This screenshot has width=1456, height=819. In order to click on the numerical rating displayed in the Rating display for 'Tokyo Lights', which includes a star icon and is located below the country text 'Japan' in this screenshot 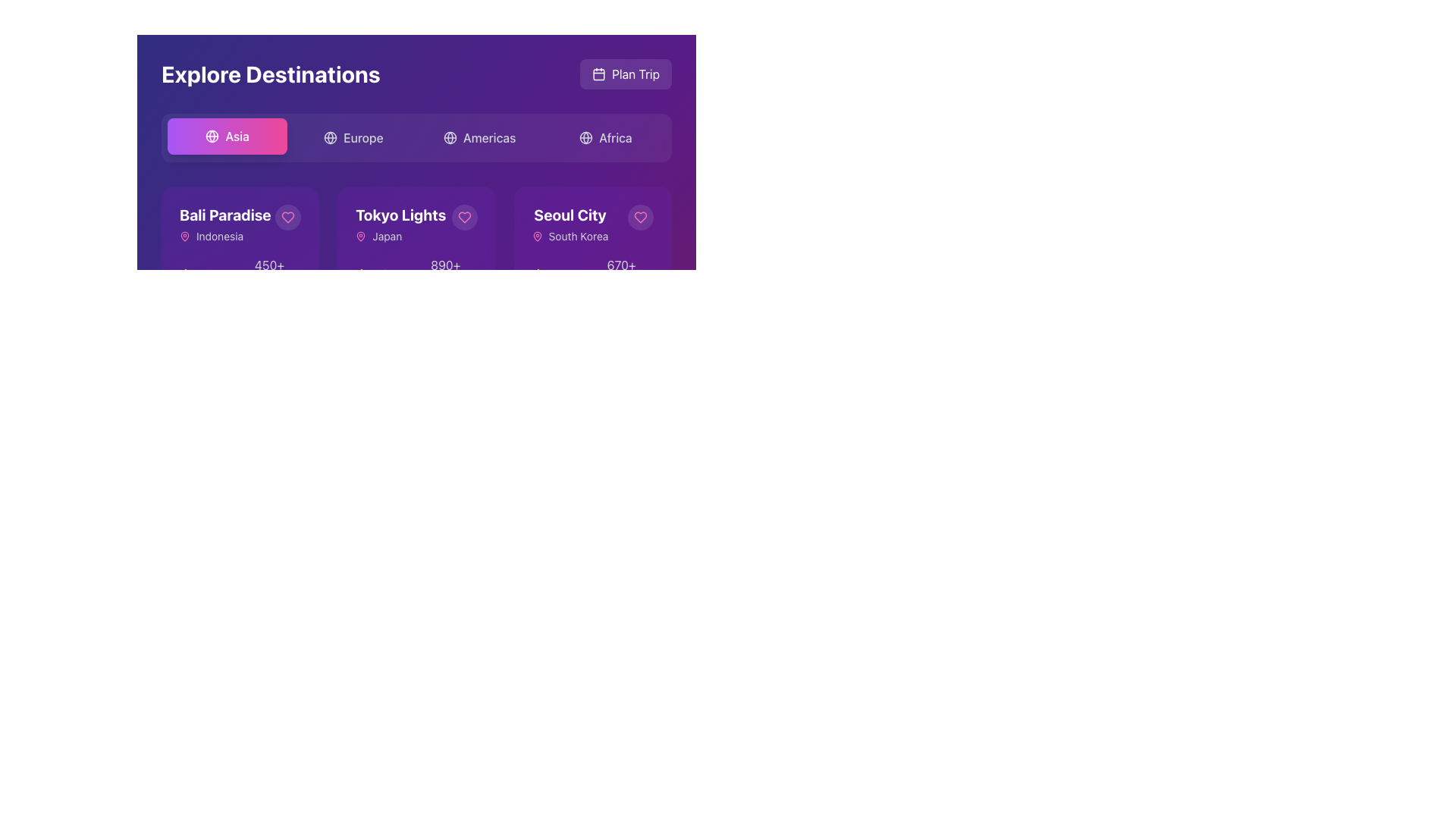, I will do `click(372, 275)`.